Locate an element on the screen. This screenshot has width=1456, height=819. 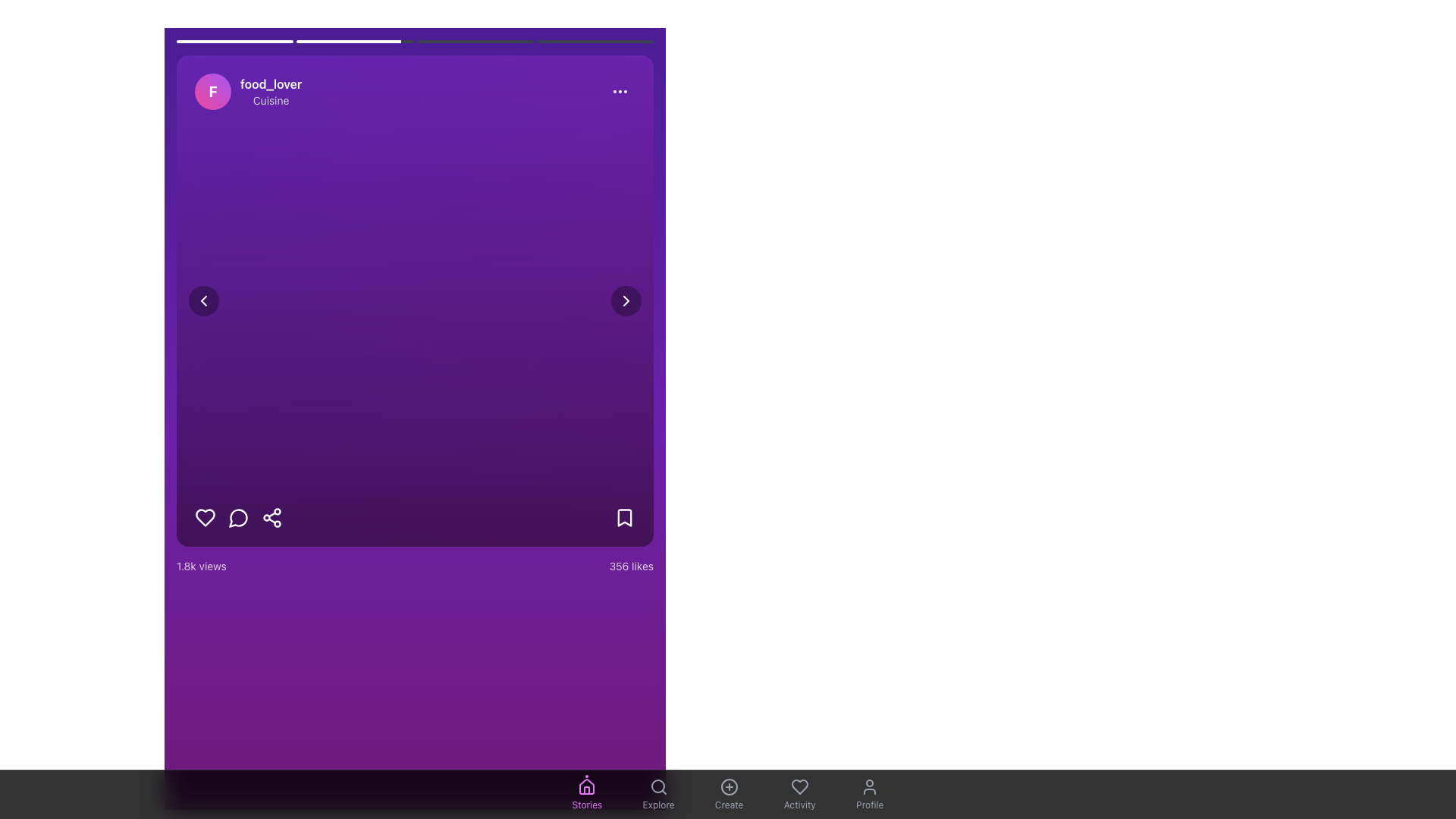
the bookmarking icon button located in the bottom-right area of the card interface is located at coordinates (625, 516).